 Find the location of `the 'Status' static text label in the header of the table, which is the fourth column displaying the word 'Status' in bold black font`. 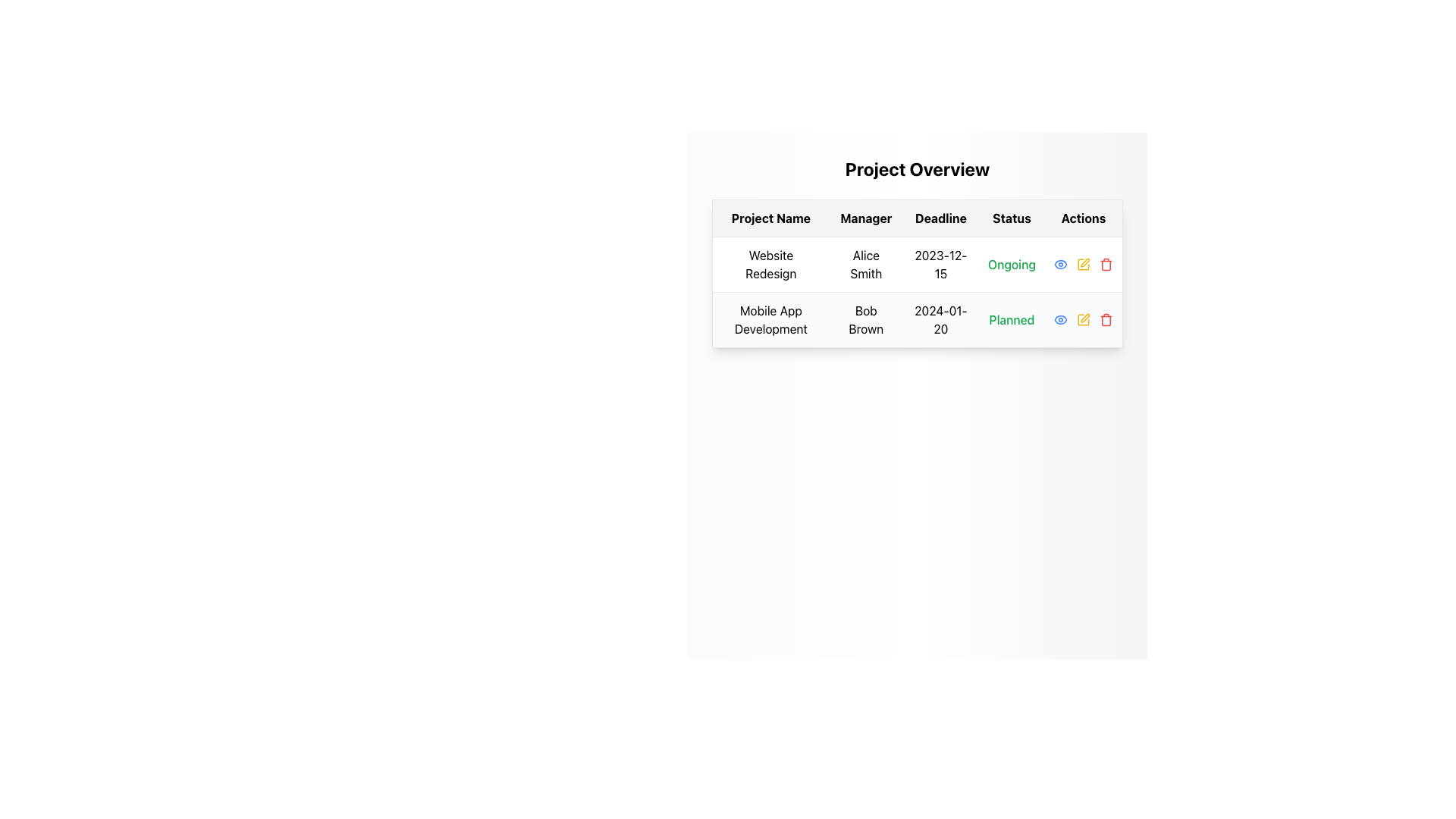

the 'Status' static text label in the header of the table, which is the fourth column displaying the word 'Status' in bold black font is located at coordinates (1012, 218).